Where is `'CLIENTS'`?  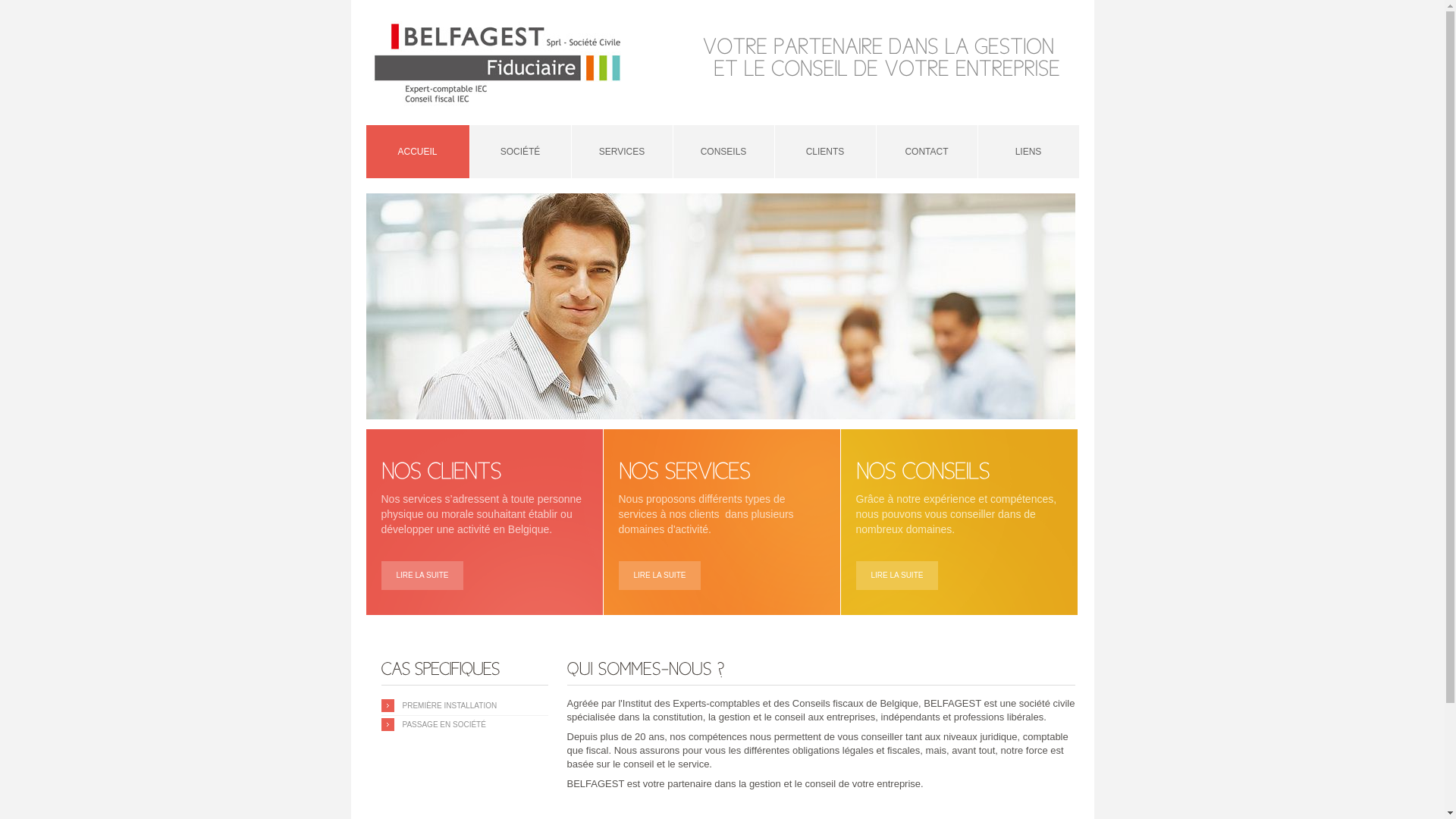 'CLIENTS' is located at coordinates (775, 152).